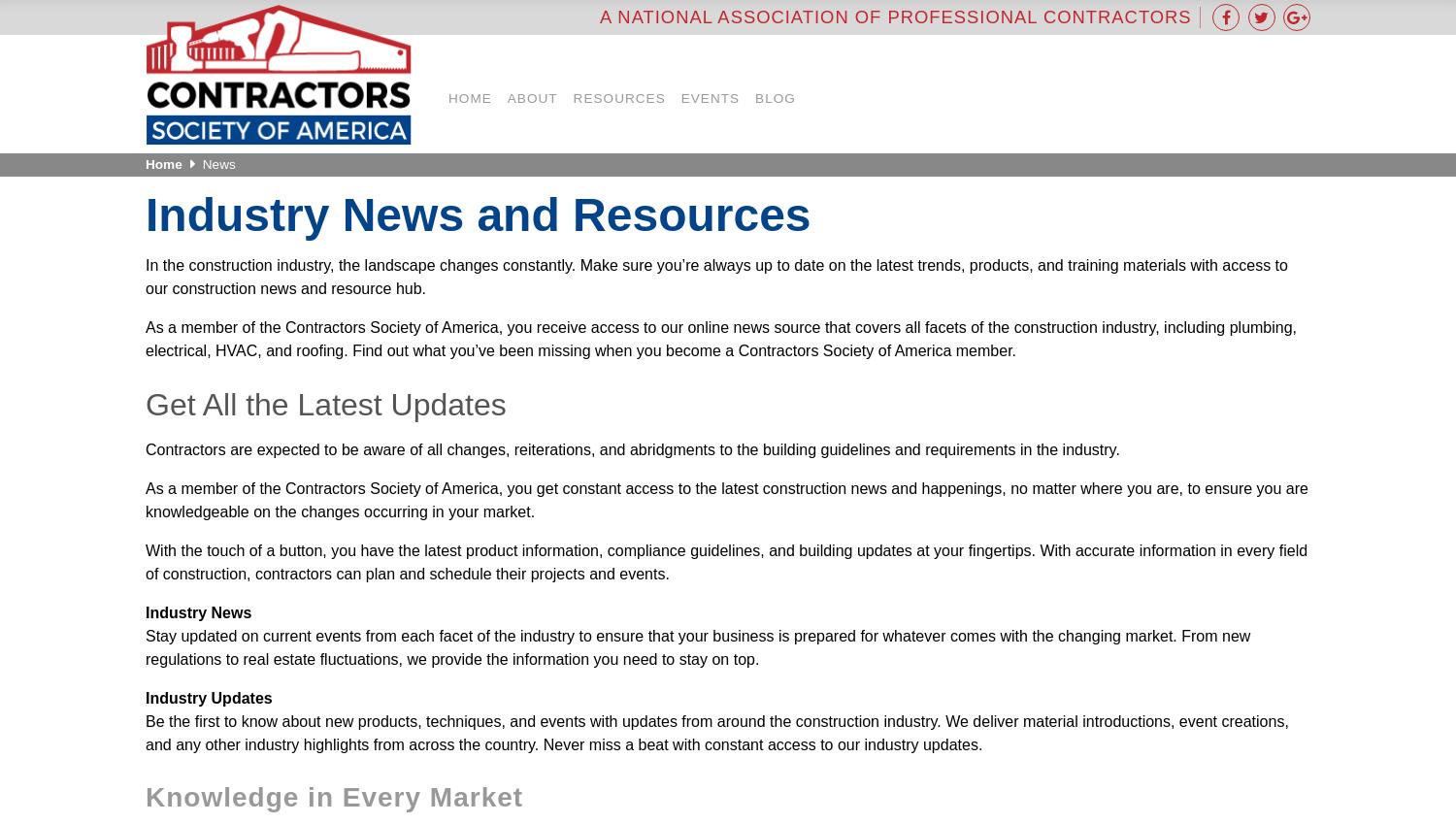  I want to click on 'With the touch of a button, you have the latest product information, compliance guidelines, and building updates at your fingertips. With accurate information in every field of construction, contractors can plan and schedule their projects and events.', so click(146, 561).